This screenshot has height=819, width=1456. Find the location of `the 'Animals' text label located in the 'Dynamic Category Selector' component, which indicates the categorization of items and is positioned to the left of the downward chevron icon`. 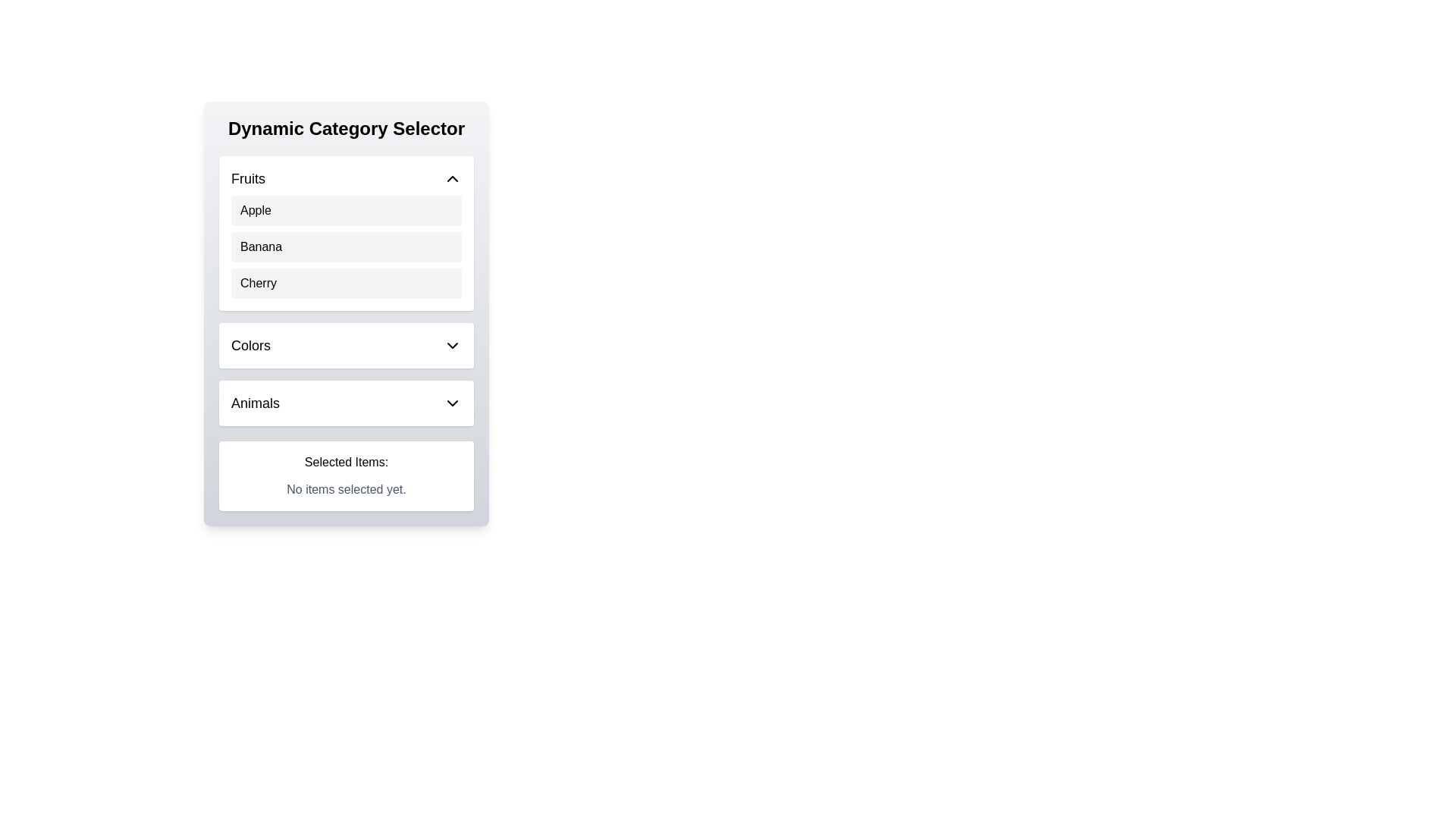

the 'Animals' text label located in the 'Dynamic Category Selector' component, which indicates the categorization of items and is positioned to the left of the downward chevron icon is located at coordinates (255, 403).